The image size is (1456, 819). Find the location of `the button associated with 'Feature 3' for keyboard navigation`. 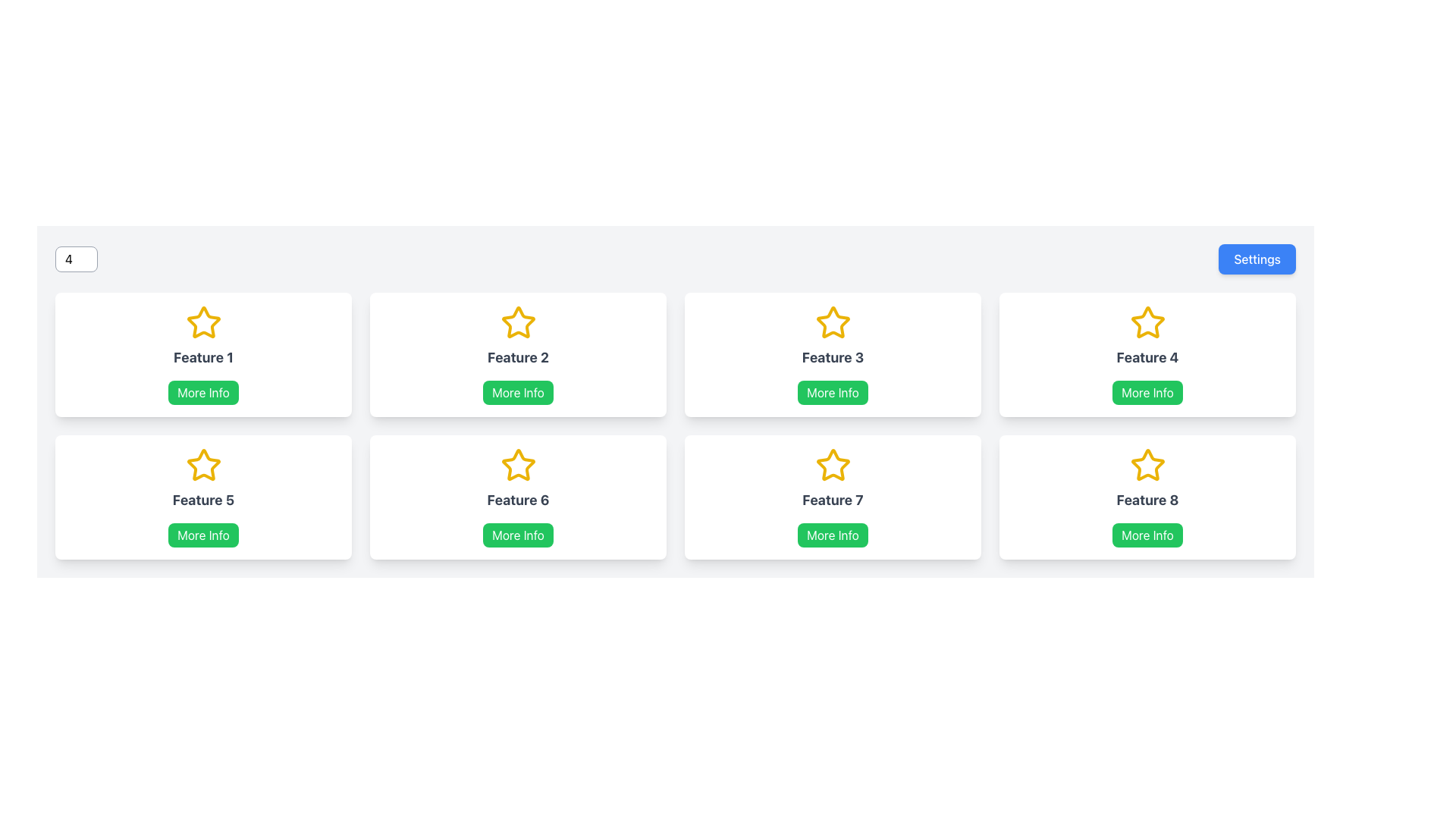

the button associated with 'Feature 3' for keyboard navigation is located at coordinates (832, 391).